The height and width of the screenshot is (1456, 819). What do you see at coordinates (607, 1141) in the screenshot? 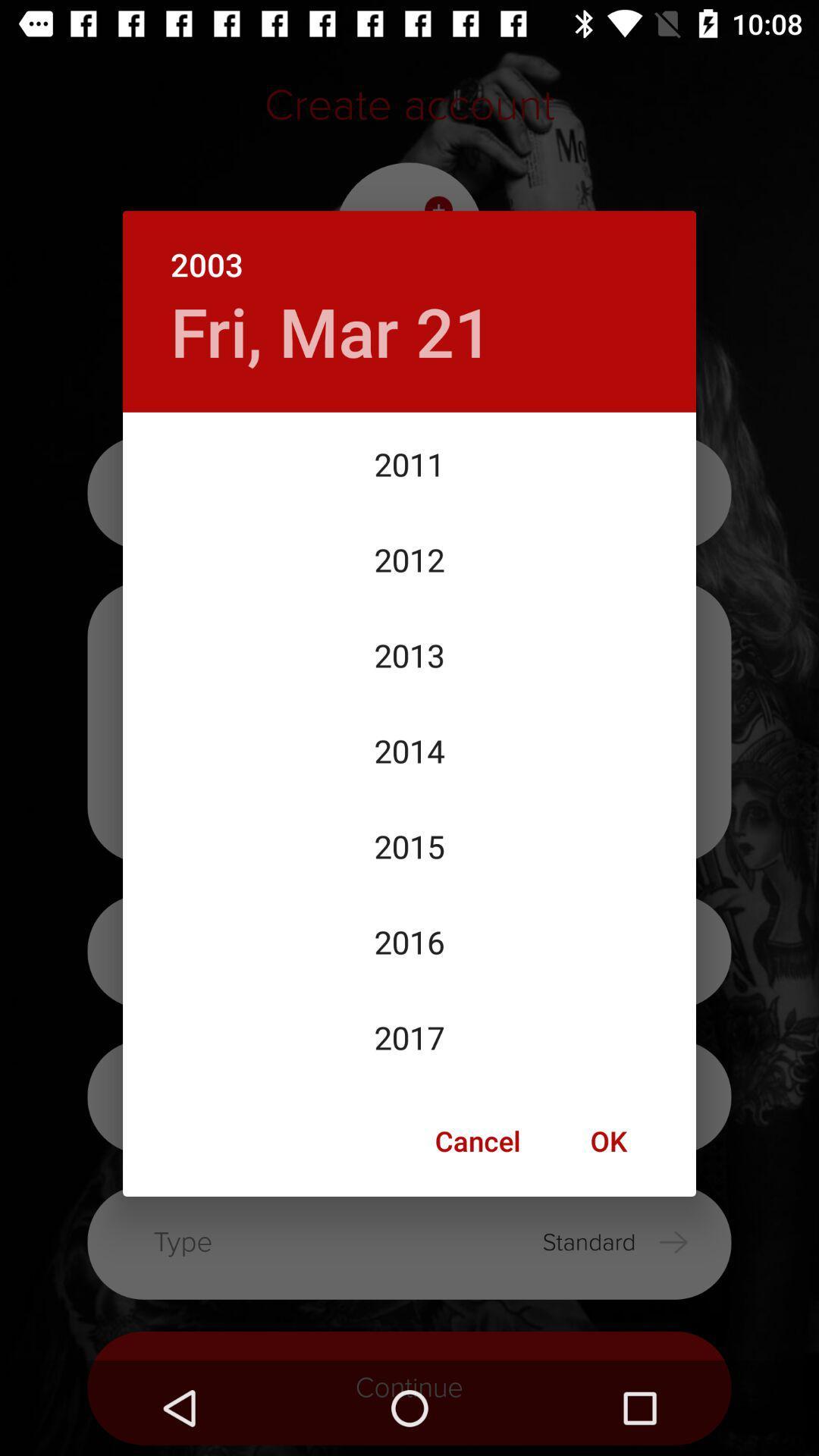
I see `ok` at bounding box center [607, 1141].